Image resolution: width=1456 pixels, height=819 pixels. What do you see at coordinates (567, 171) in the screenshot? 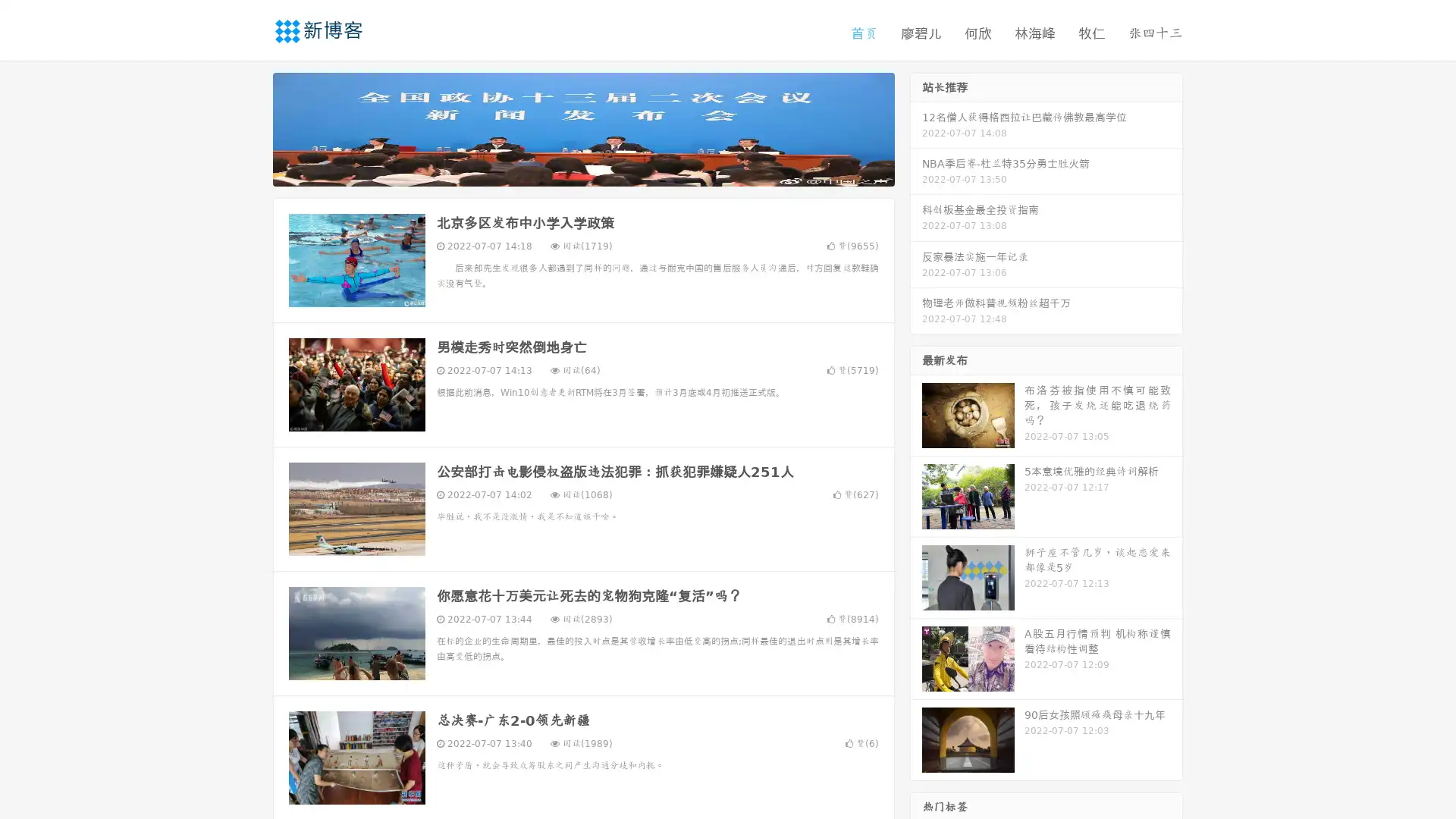
I see `Go to slide 1` at bounding box center [567, 171].